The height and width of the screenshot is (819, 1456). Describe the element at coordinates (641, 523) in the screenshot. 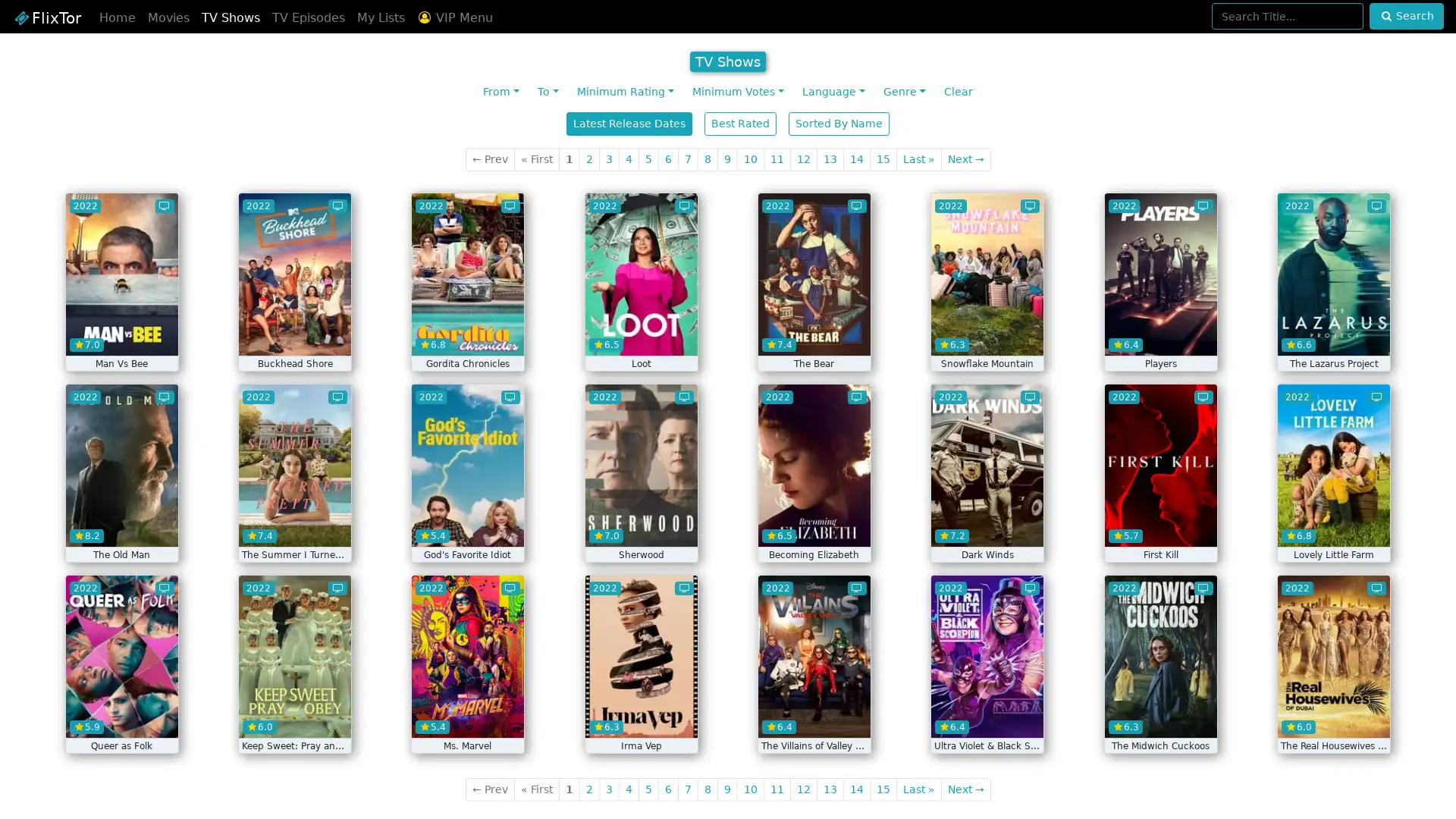

I see `Watch Now` at that location.